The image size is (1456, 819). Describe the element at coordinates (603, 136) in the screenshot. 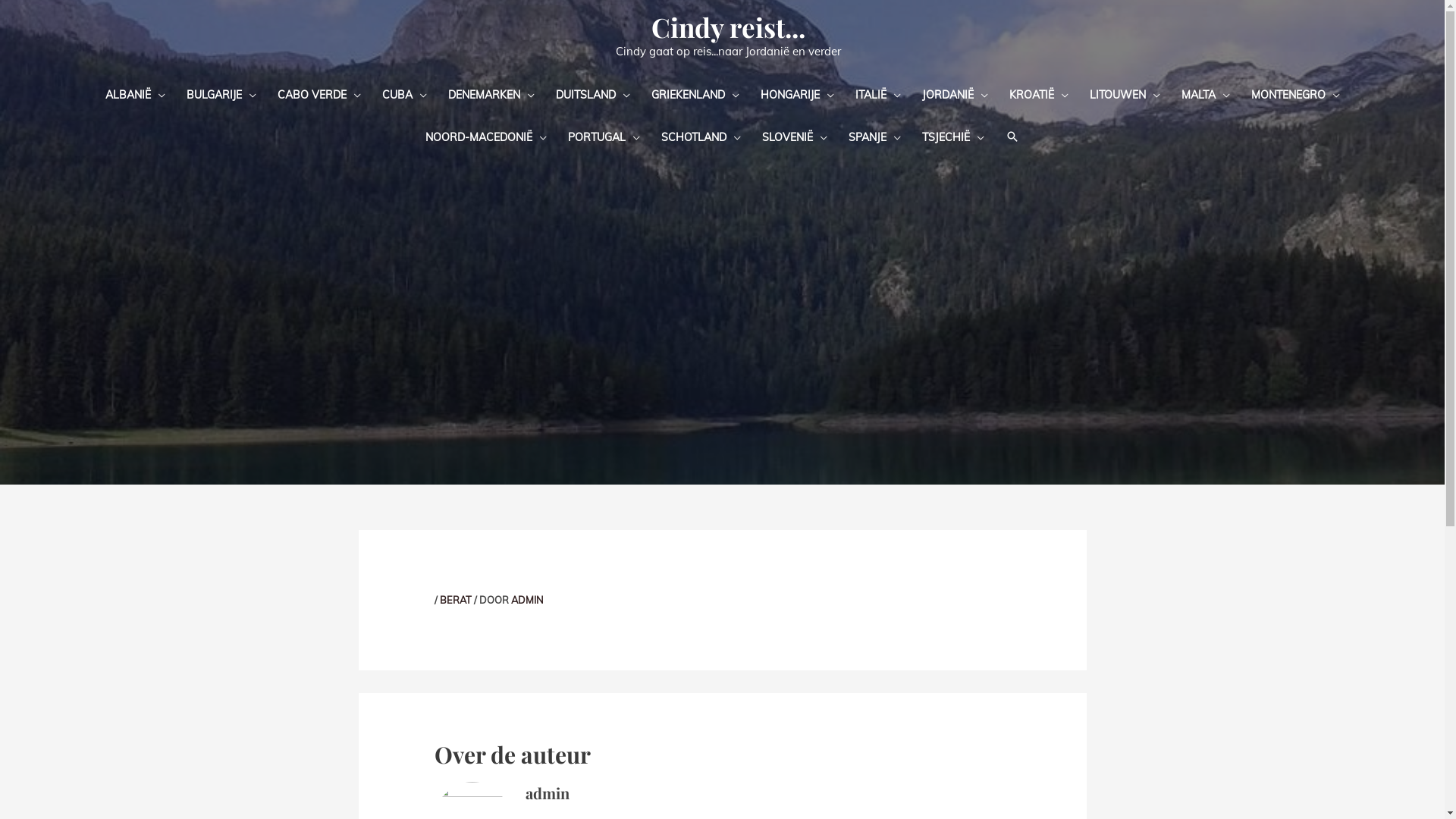

I see `'PORTUGAL'` at that location.